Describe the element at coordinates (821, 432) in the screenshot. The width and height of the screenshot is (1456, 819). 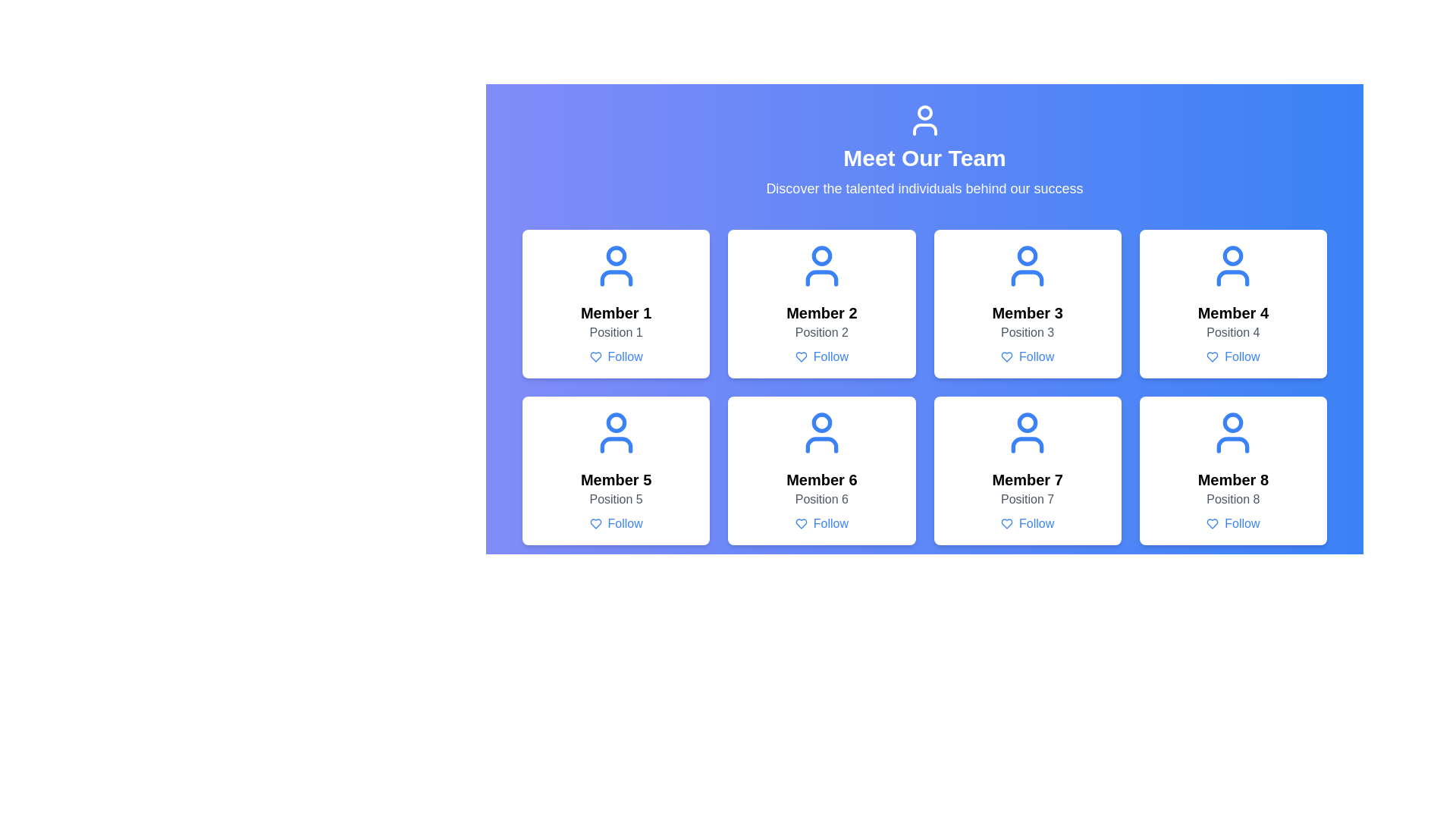
I see `'Member 6' icon located at the top-center of the Member 6 card, which visually represents the user` at that location.